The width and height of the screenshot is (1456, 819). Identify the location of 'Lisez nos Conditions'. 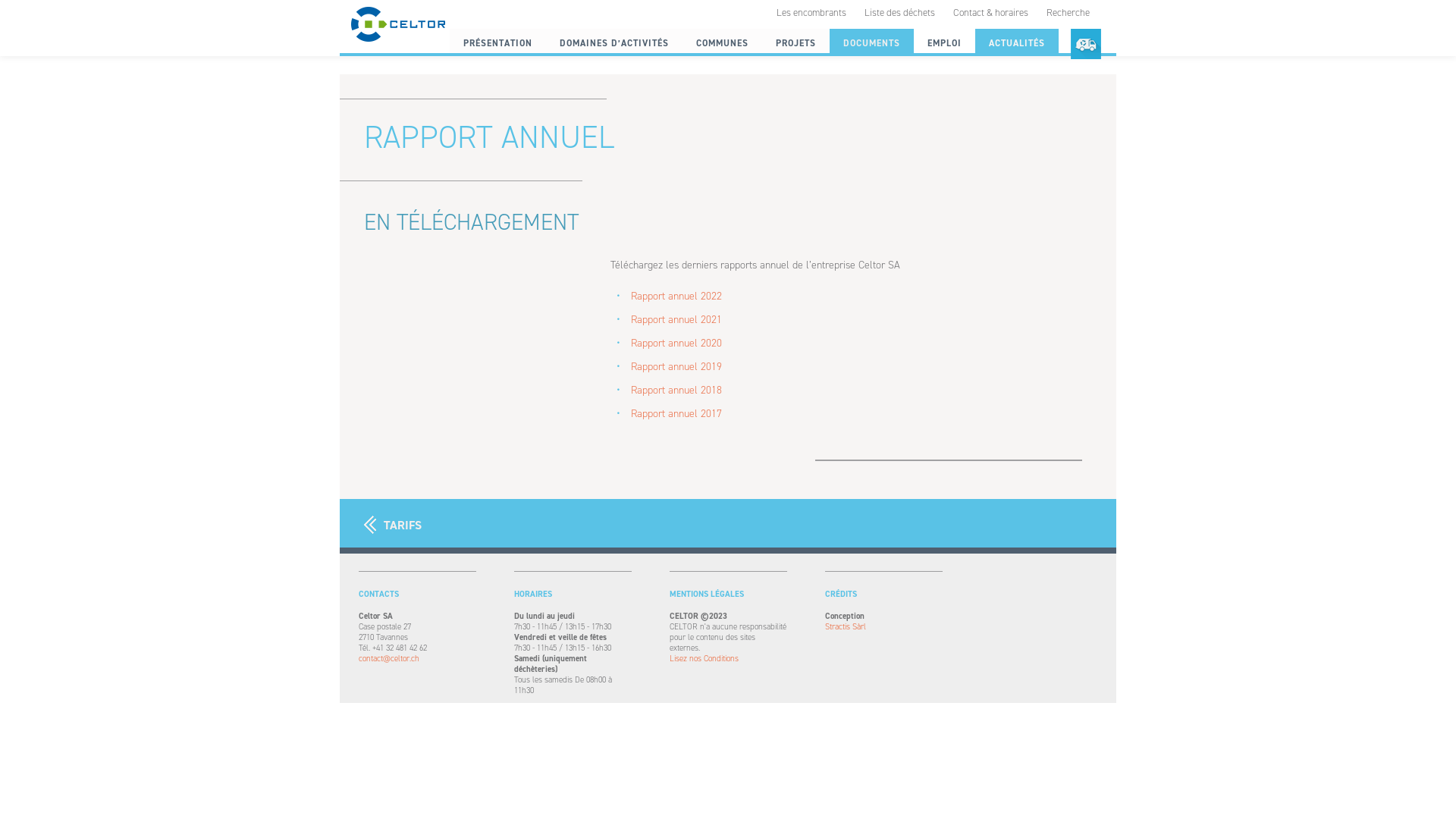
(726, 657).